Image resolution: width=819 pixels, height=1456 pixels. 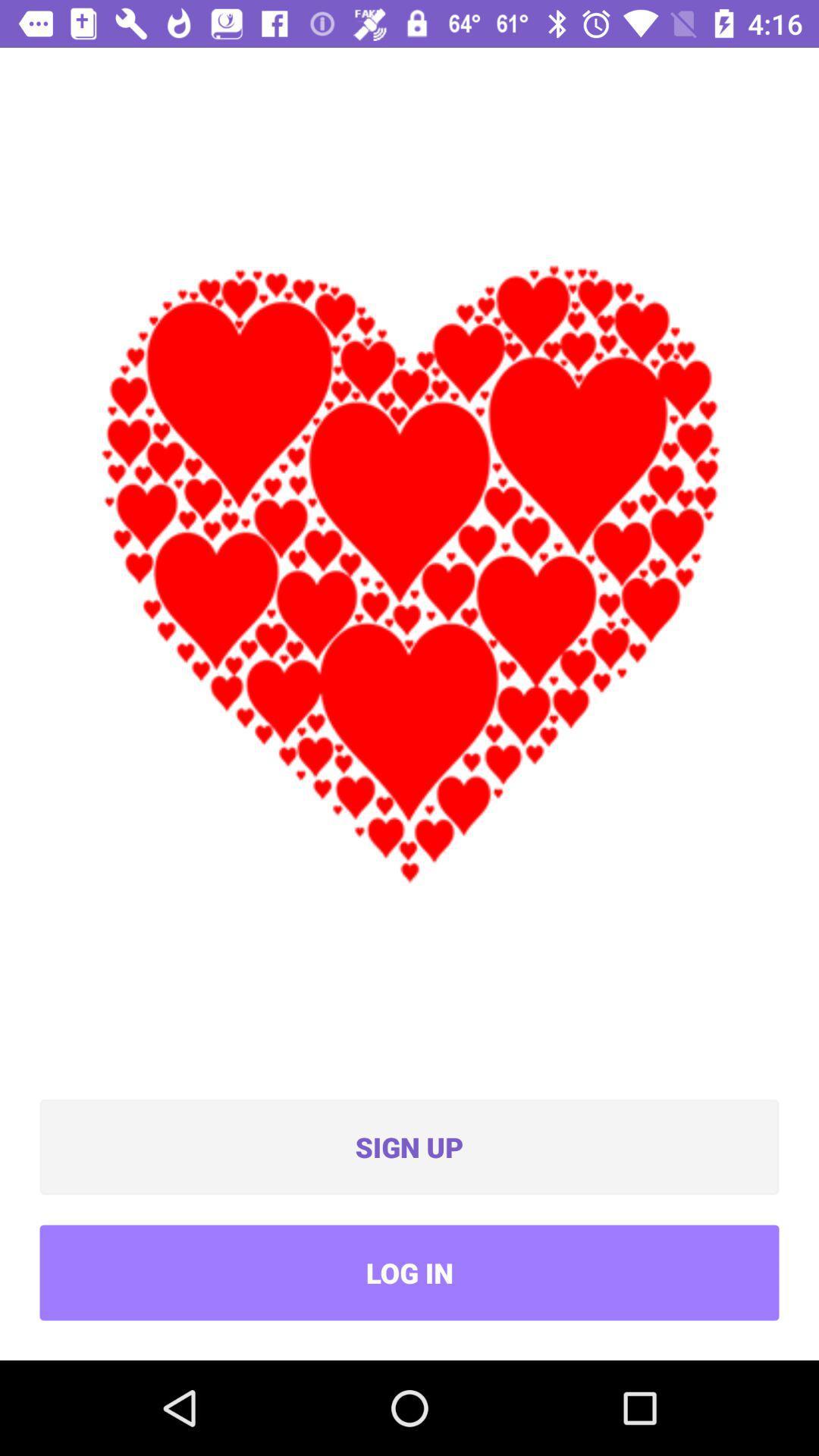 What do you see at coordinates (409, 1272) in the screenshot?
I see `log in` at bounding box center [409, 1272].